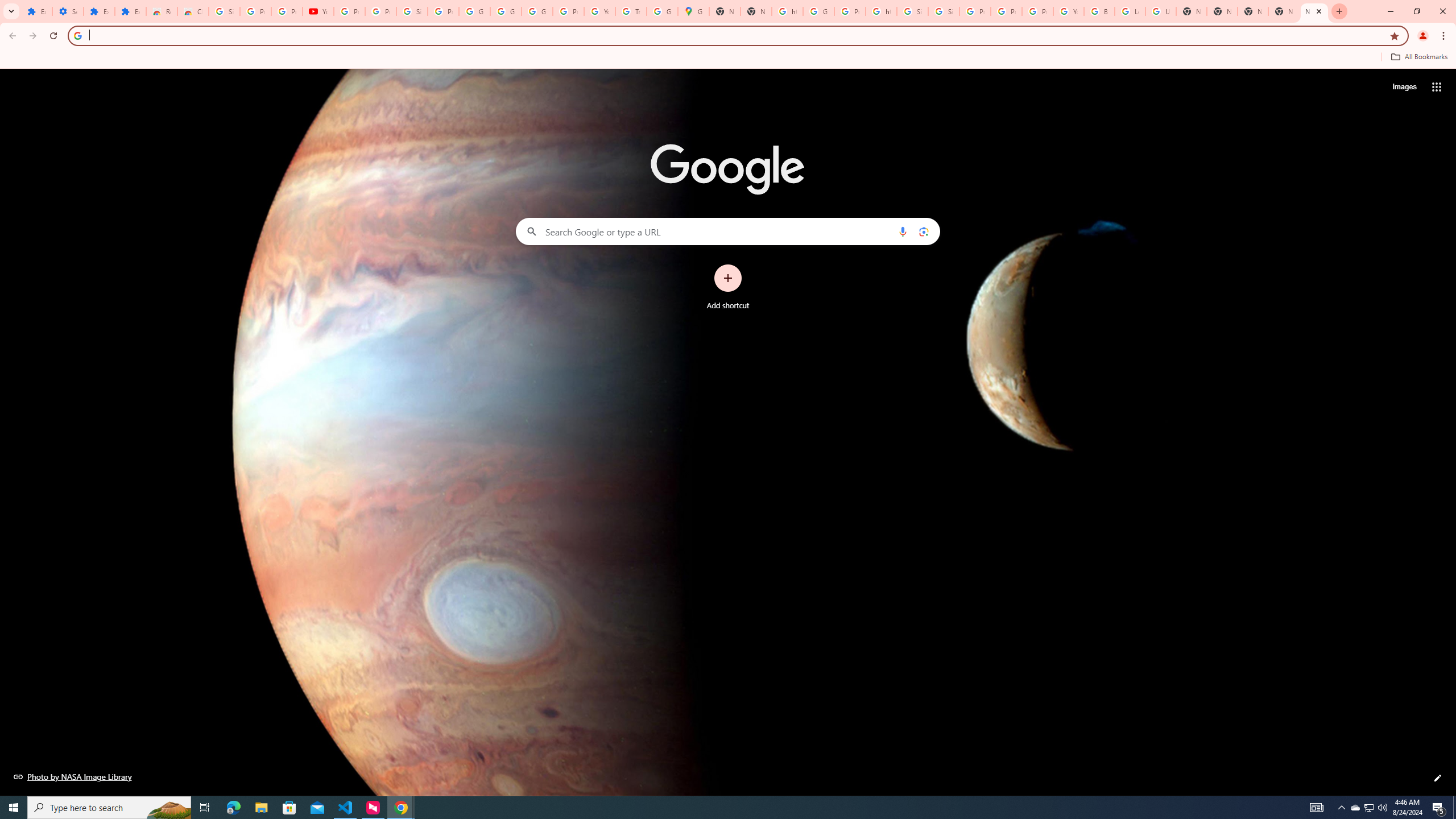 Image resolution: width=1456 pixels, height=819 pixels. I want to click on 'New Tab', so click(1252, 11).